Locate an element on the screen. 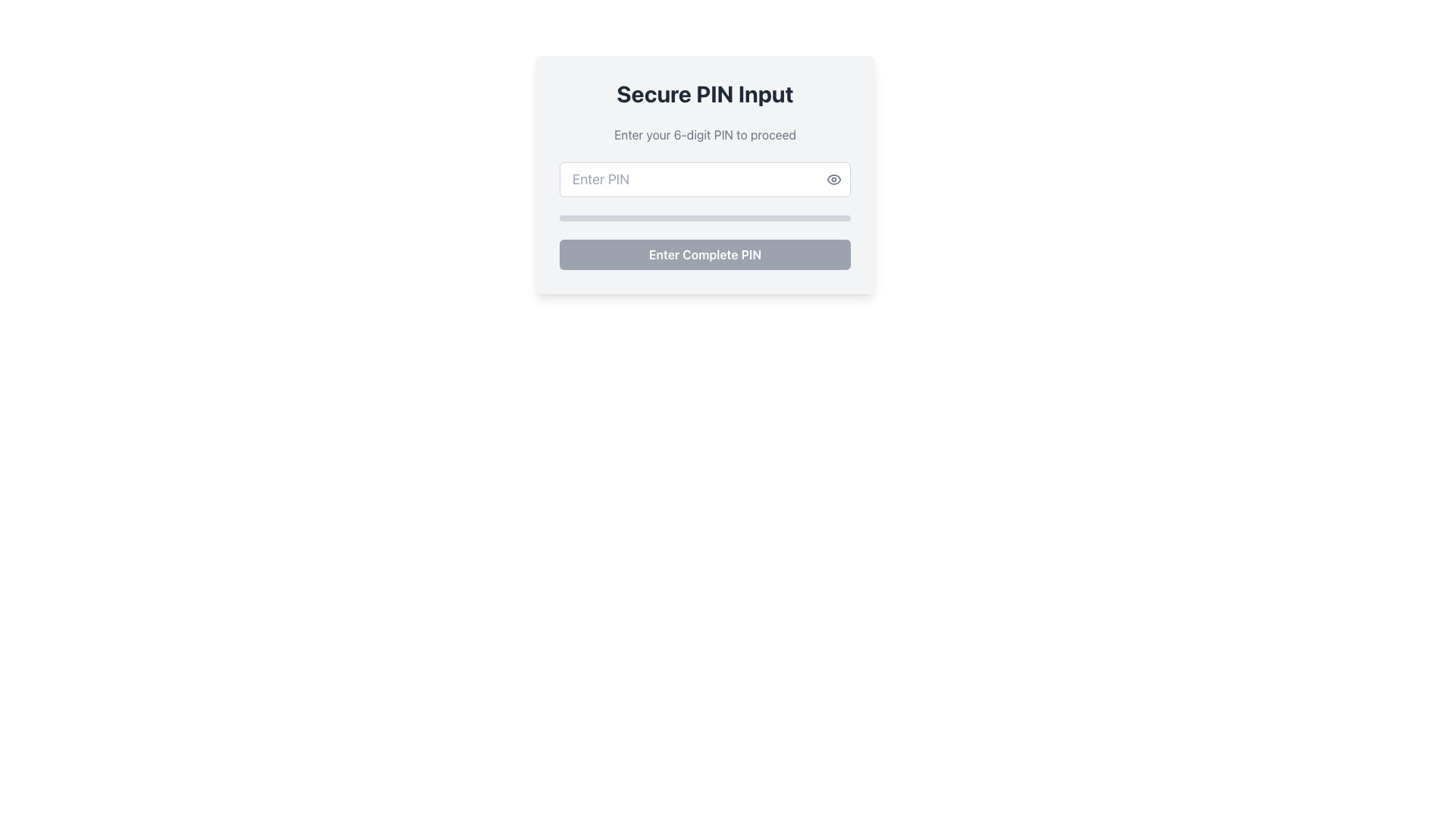  the horizontal rectangular progress bar with a light gray background and an indigo-colored segment indicating progress, located below the 'Enter PIN' text input box and above the 'Enter Complete PIN' button is located at coordinates (704, 218).